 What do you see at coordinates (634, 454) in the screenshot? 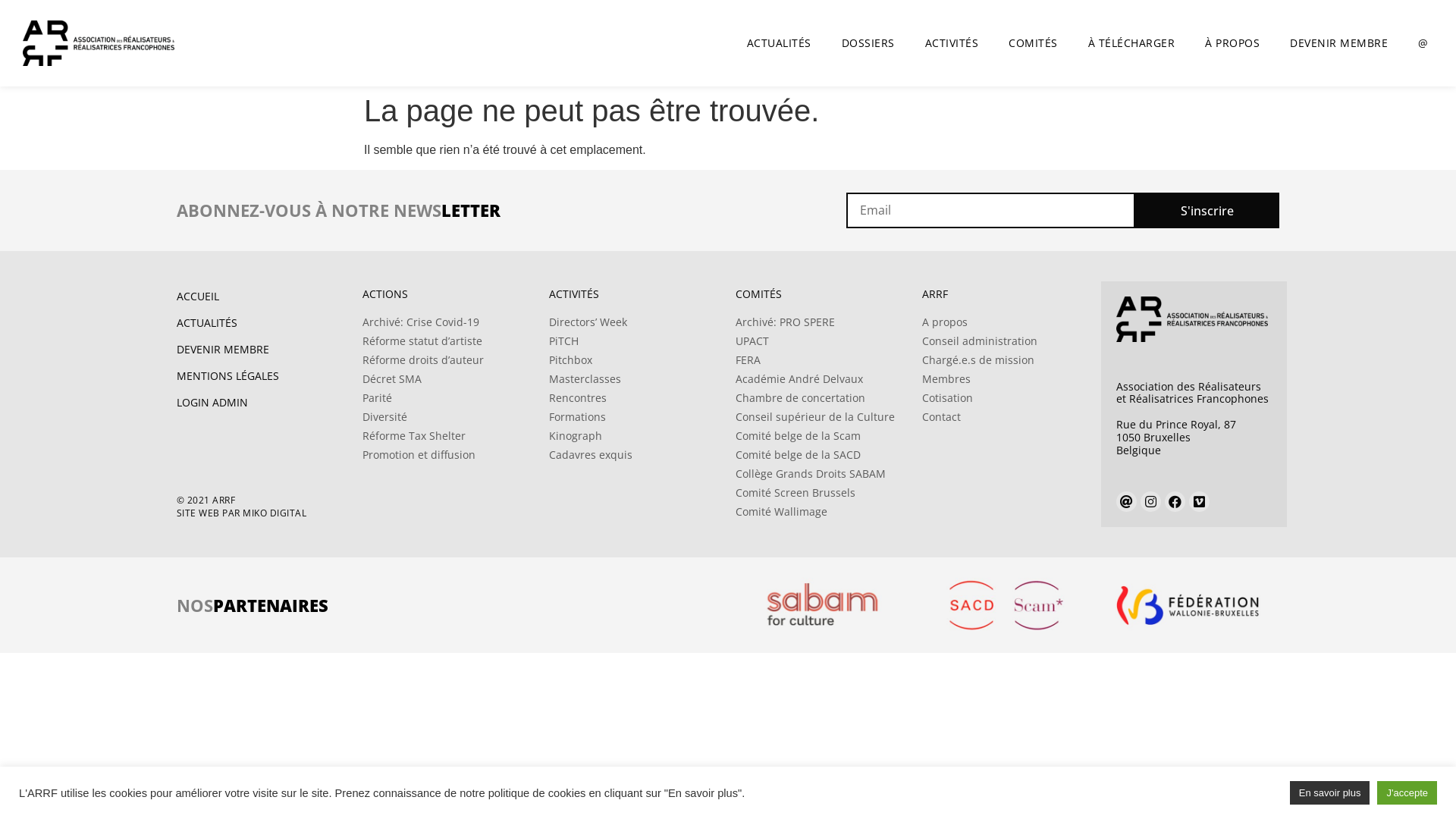
I see `'Cadavres exquis'` at bounding box center [634, 454].